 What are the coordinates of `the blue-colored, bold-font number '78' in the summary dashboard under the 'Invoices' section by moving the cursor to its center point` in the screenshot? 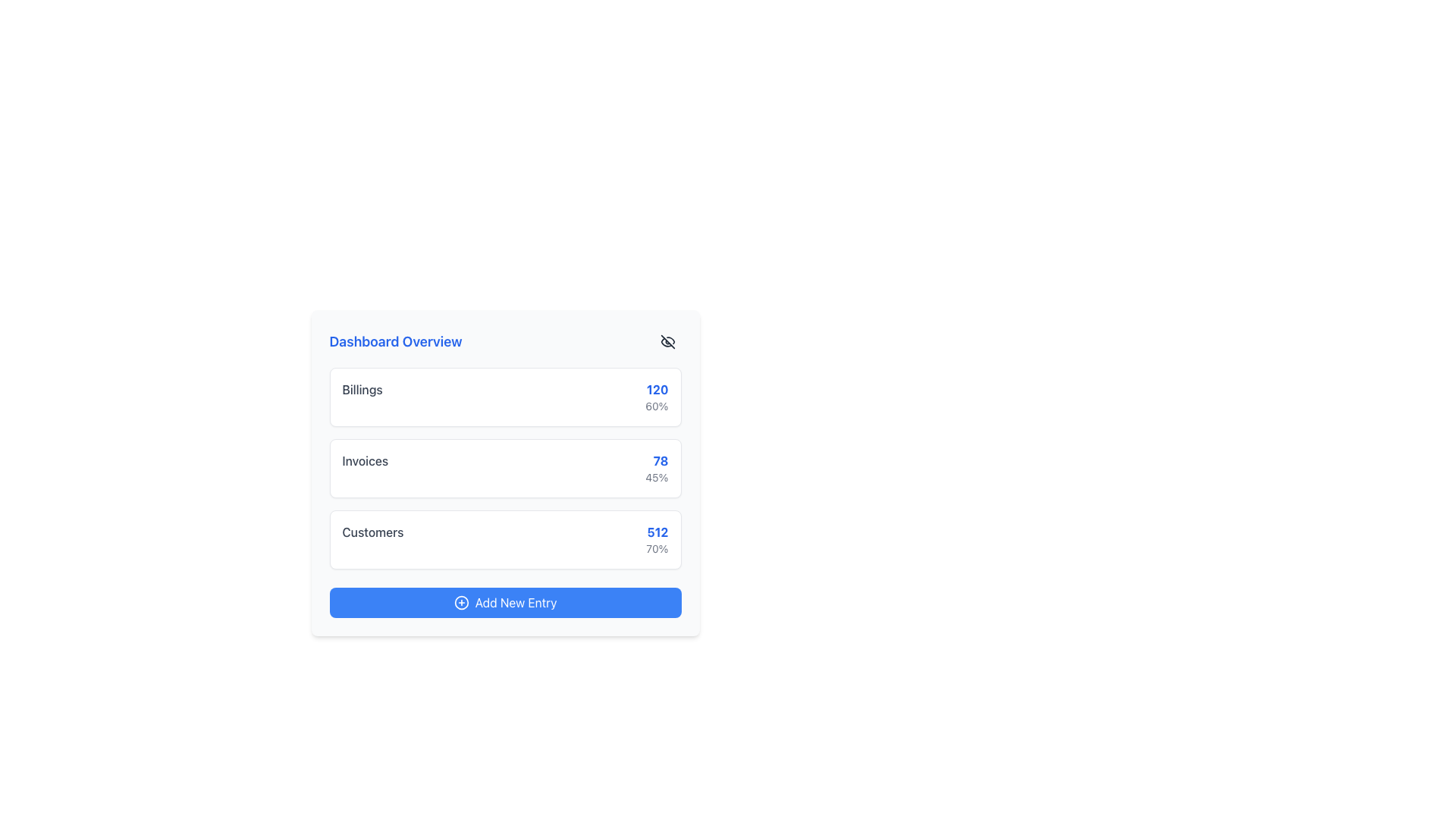 It's located at (657, 460).